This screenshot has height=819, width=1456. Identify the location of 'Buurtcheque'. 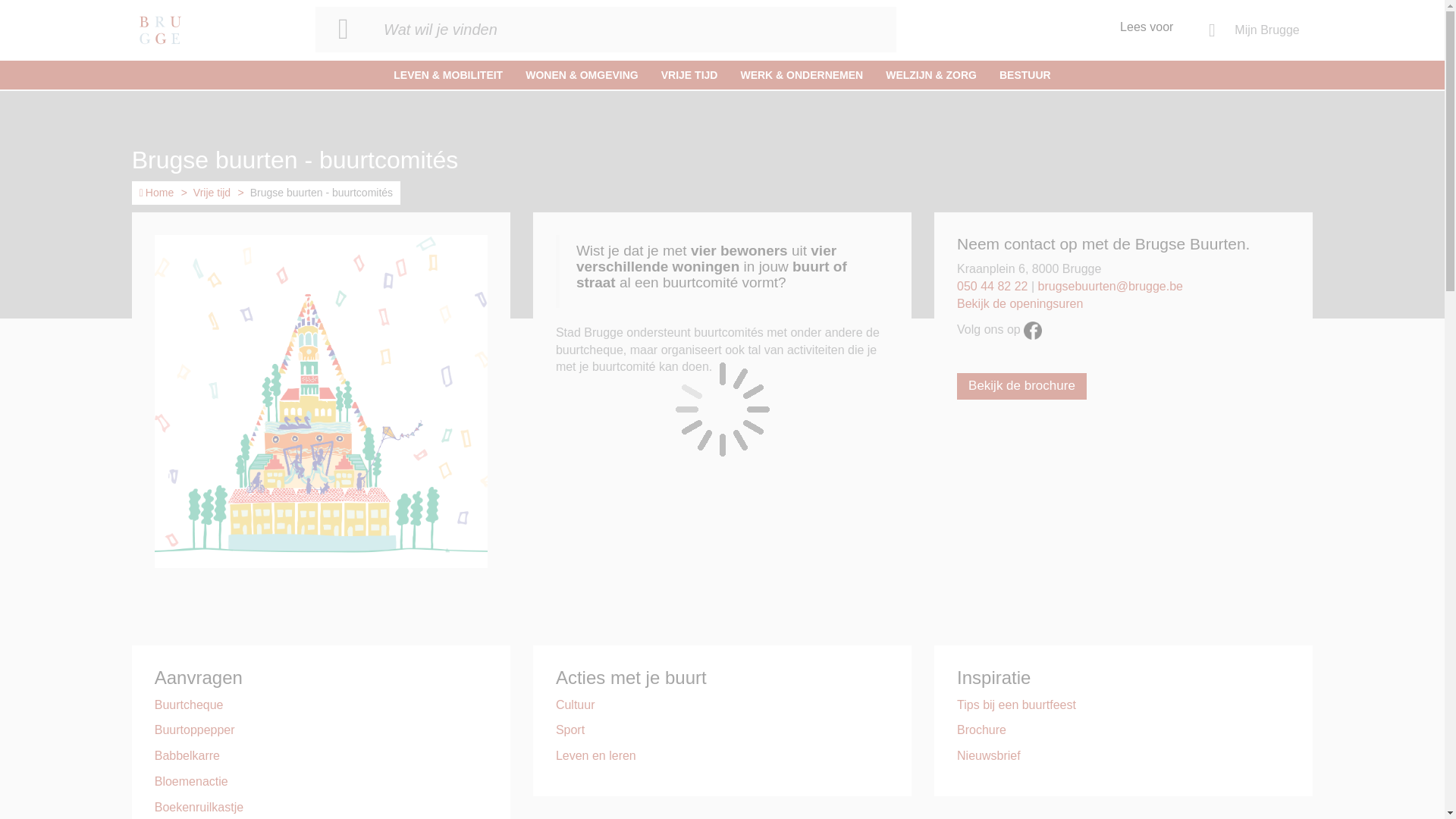
(188, 704).